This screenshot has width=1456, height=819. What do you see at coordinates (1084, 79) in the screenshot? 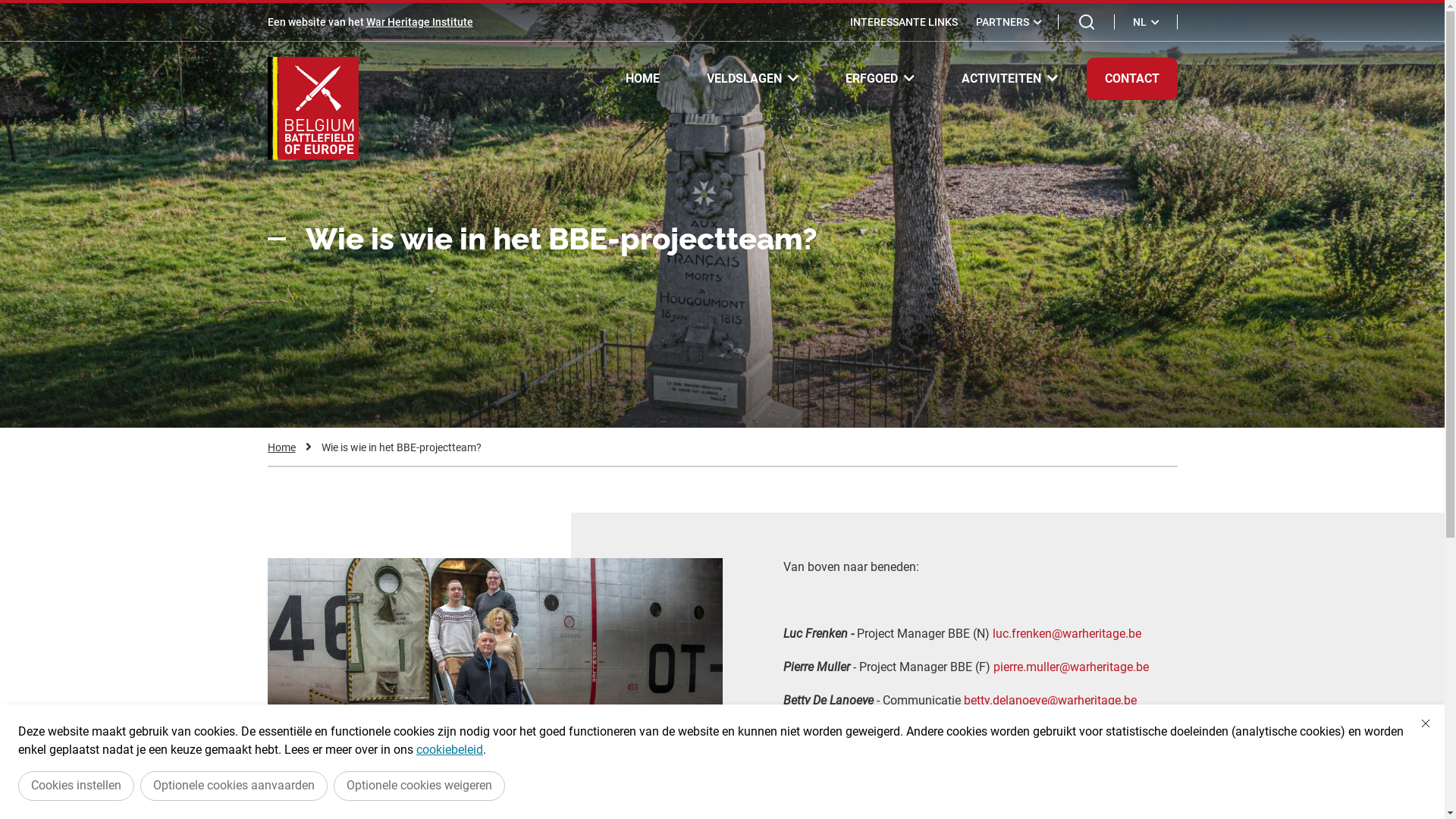
I see `'CONTACT'` at bounding box center [1084, 79].